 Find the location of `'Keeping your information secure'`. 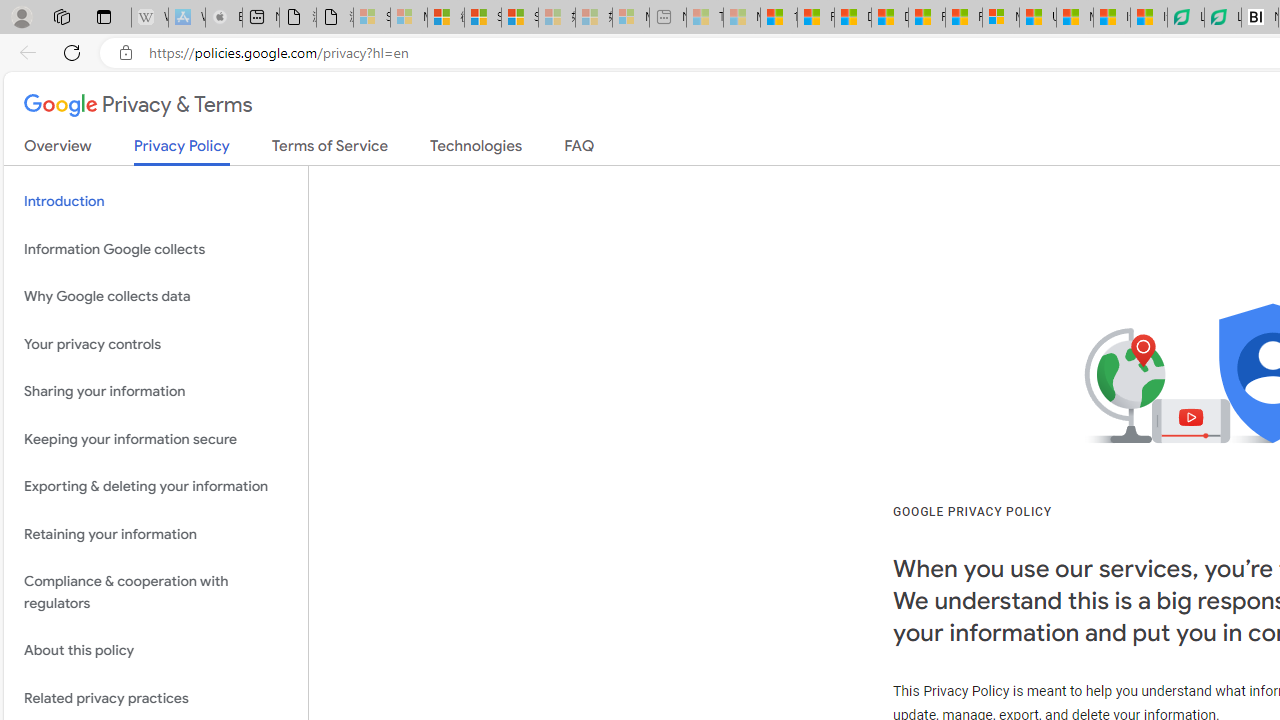

'Keeping your information secure' is located at coordinates (155, 438).